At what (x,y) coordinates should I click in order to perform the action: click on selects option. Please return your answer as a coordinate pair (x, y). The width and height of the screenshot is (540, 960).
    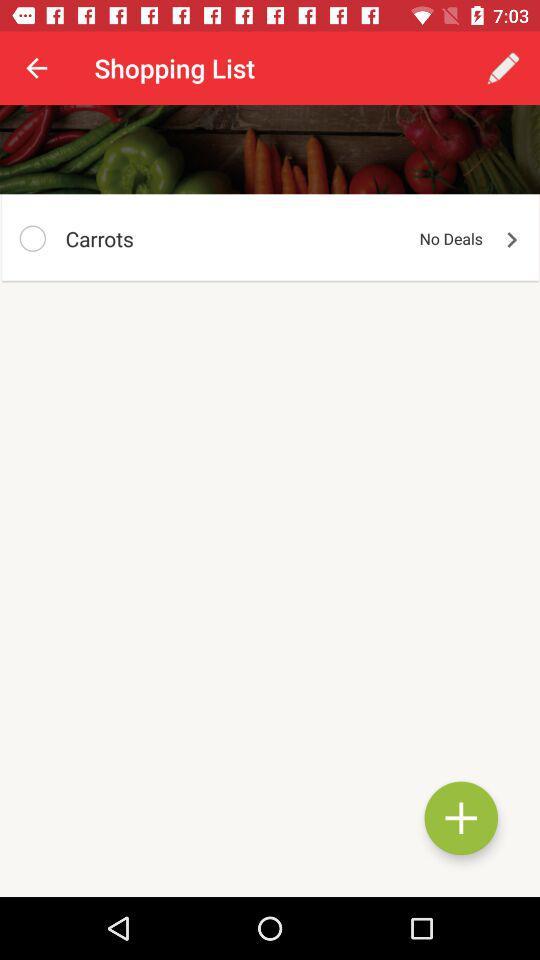
    Looking at the image, I should click on (31, 238).